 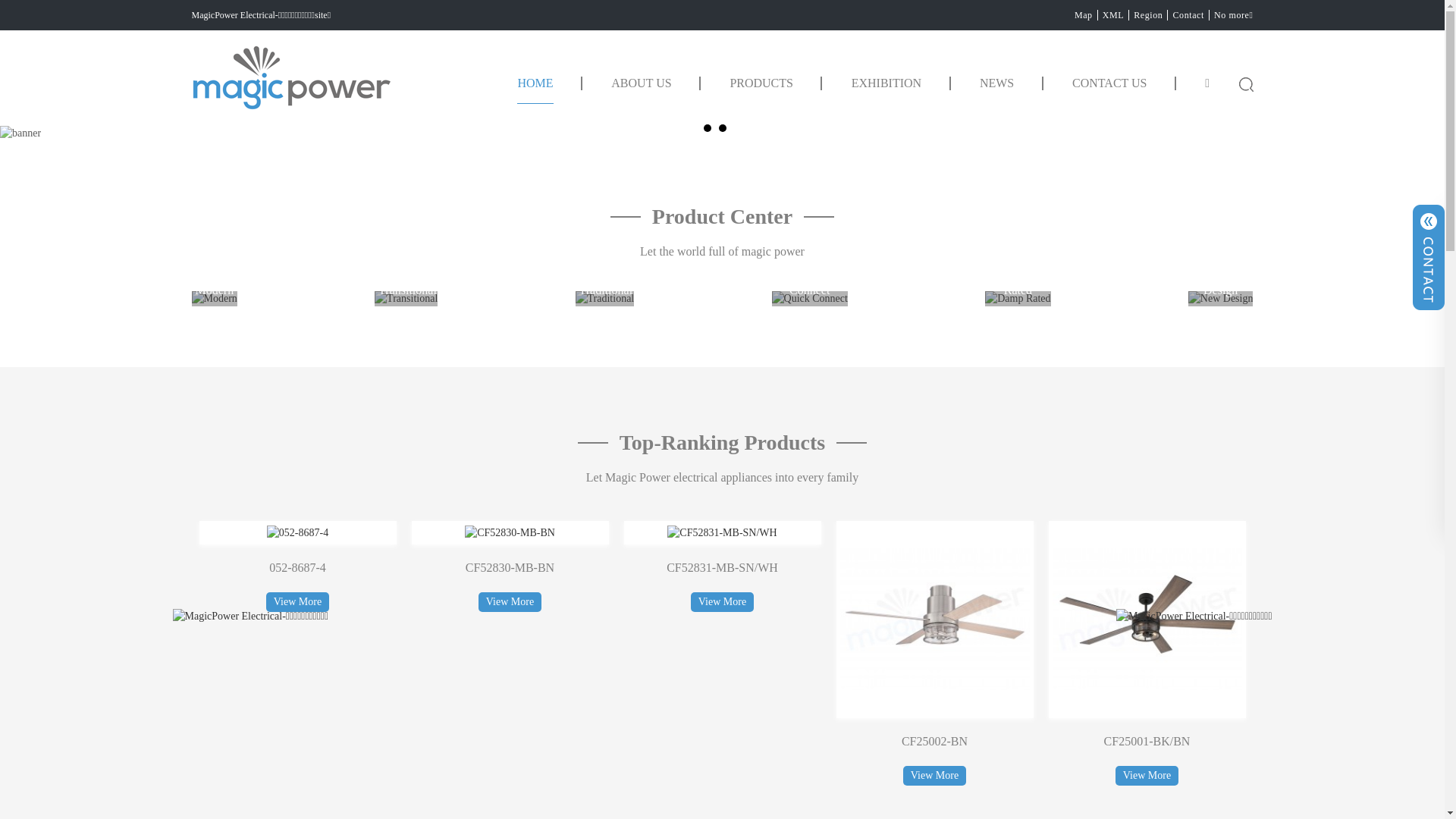 I want to click on 'ABOUT US', so click(x=611, y=89).